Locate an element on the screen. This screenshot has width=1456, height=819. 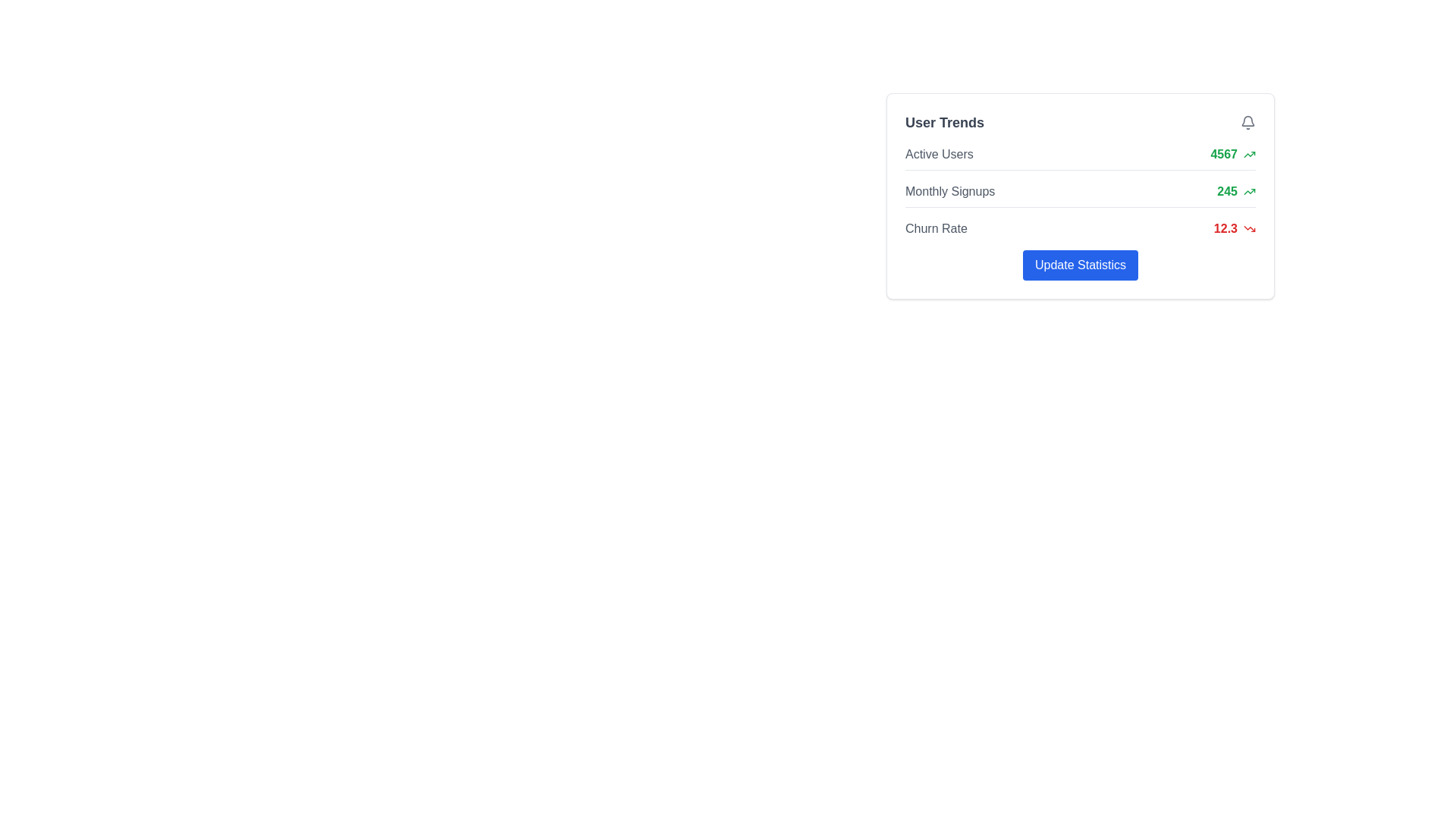
the upward trend arrow icon located to the right of the numeric value '245' in the 'Monthly Signups' row of the 'User Trends' panel is located at coordinates (1249, 191).